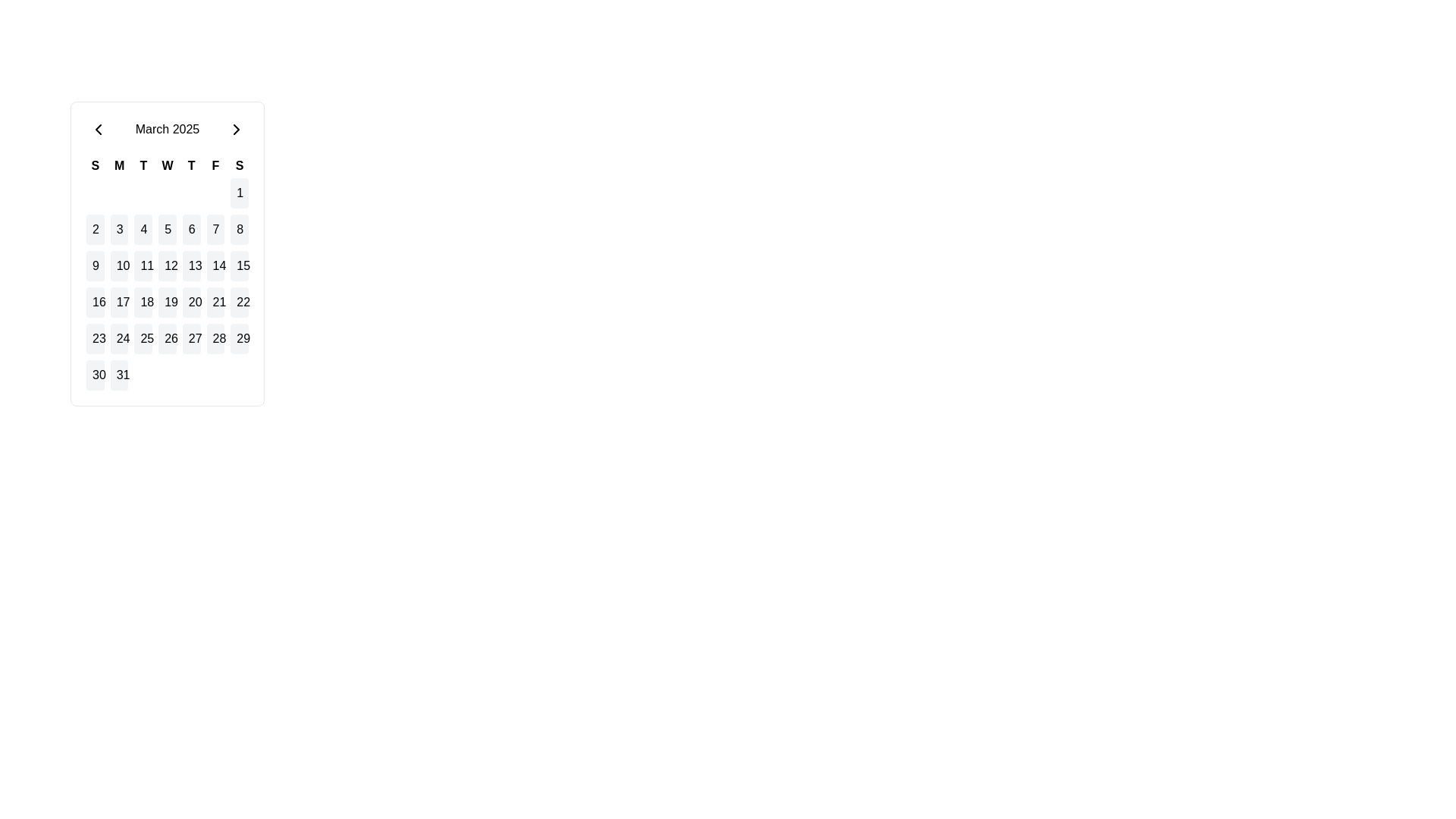 This screenshot has height=819, width=1456. What do you see at coordinates (94, 338) in the screenshot?
I see `the selectable calendar day button representing the 23rd of the month, located in the first column of the fourth row in the calendar grid` at bounding box center [94, 338].